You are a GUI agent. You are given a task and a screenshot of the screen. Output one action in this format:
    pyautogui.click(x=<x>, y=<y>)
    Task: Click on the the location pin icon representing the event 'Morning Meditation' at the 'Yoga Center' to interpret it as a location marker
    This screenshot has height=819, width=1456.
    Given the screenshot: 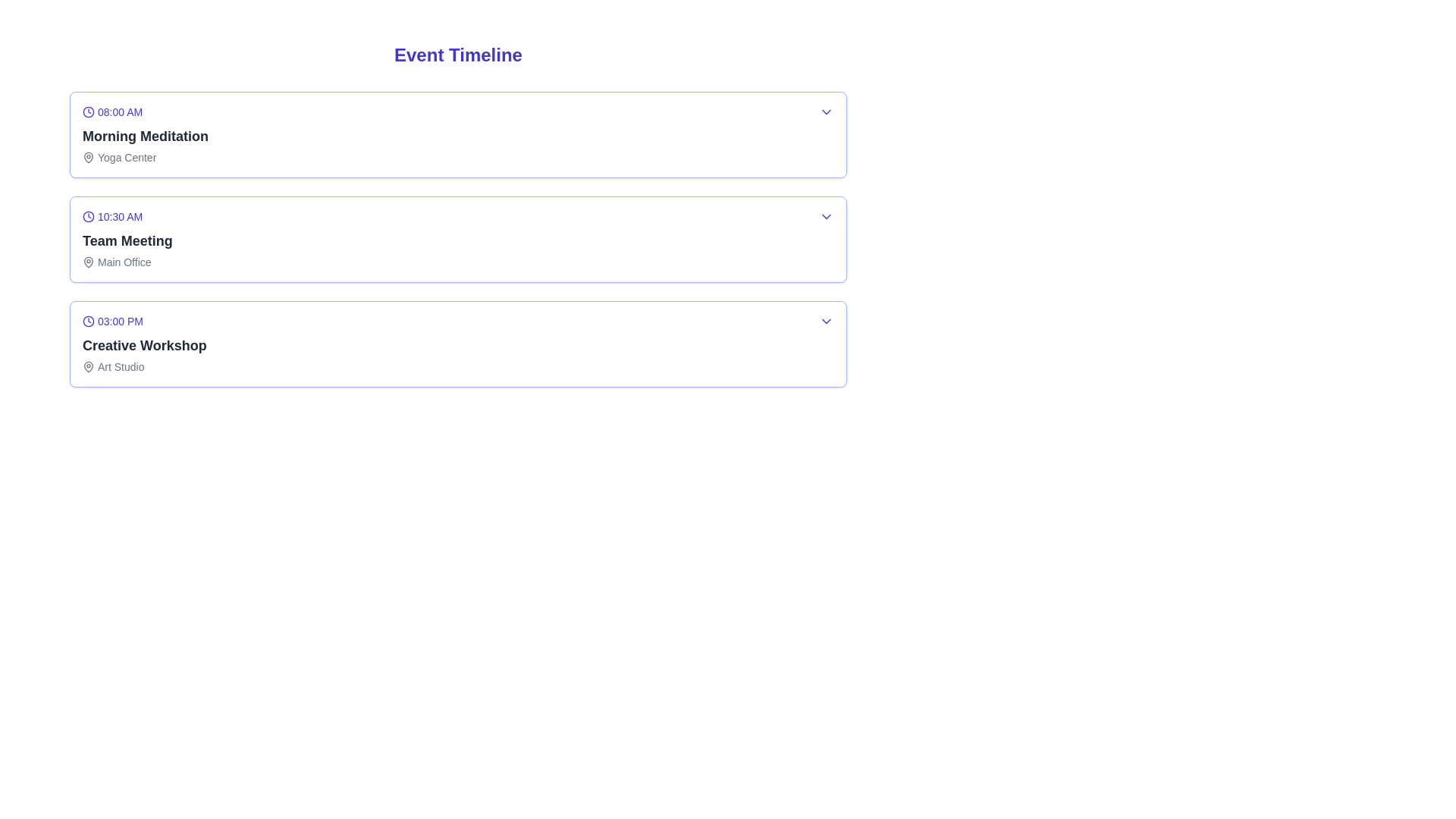 What is the action you would take?
    pyautogui.click(x=87, y=157)
    